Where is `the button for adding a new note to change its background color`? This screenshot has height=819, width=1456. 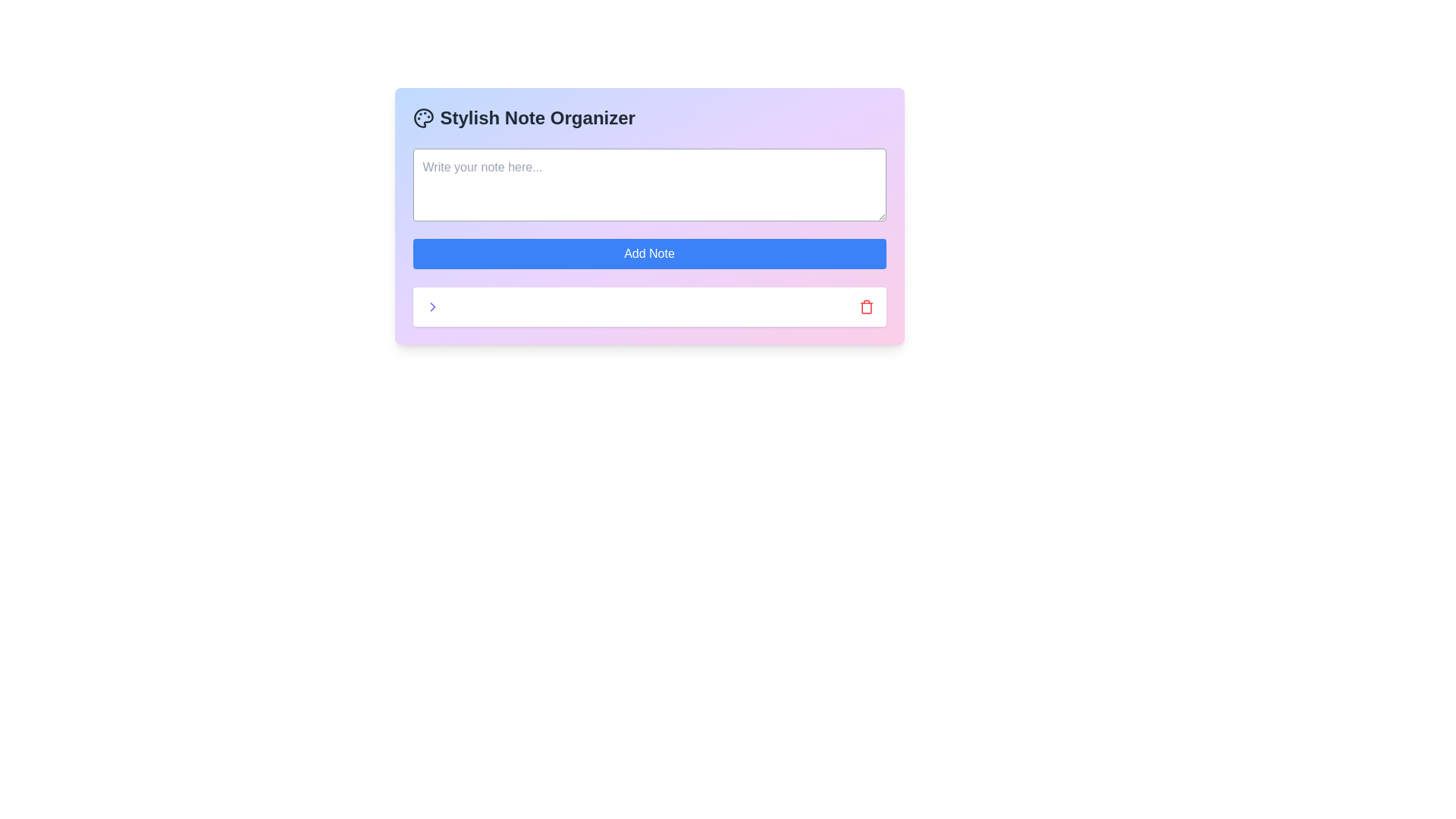
the button for adding a new note to change its background color is located at coordinates (649, 253).